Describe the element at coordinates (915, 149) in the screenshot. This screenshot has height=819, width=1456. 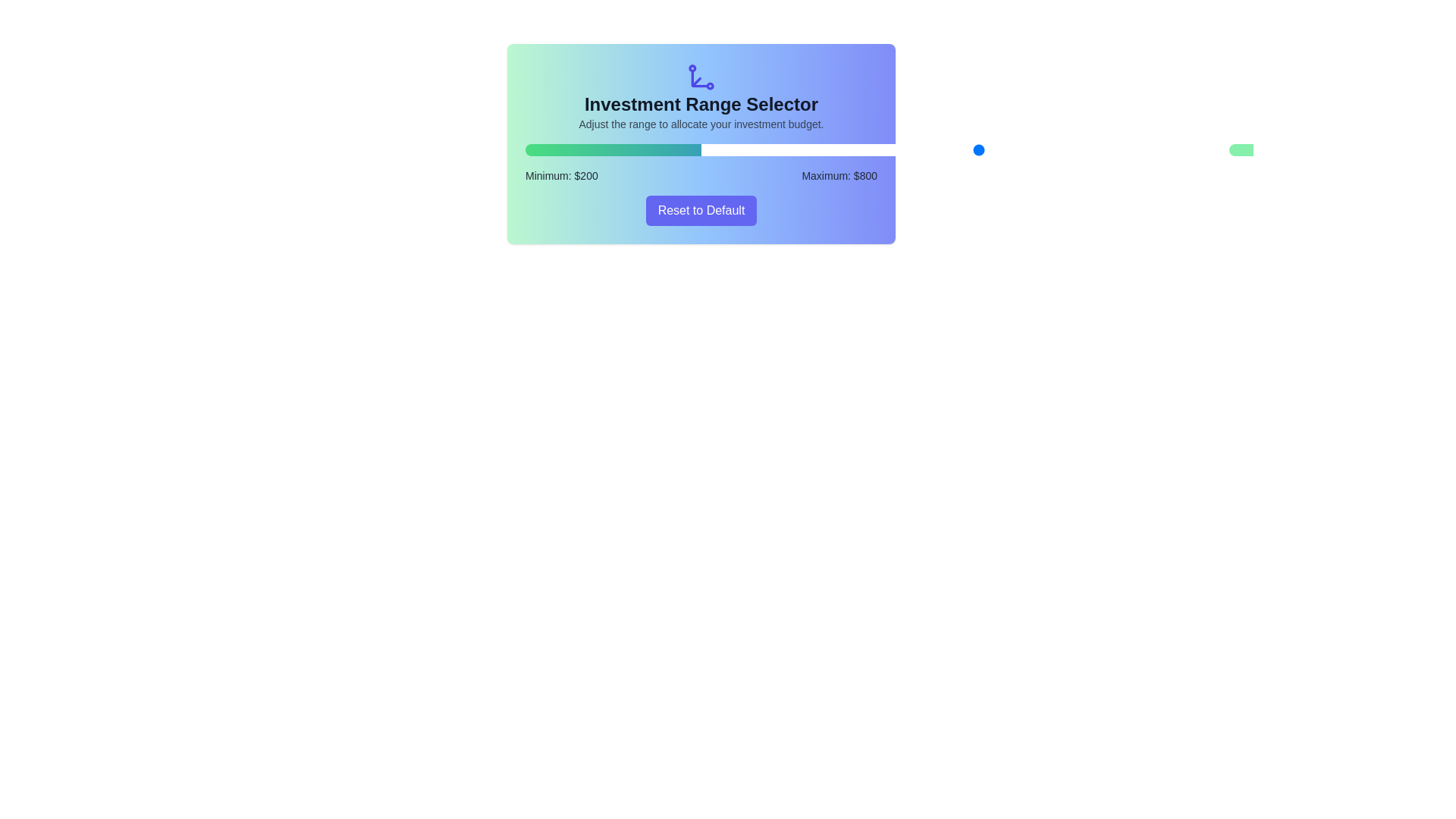
I see `the maximum investment range to 565 by dragging the right slider` at that location.